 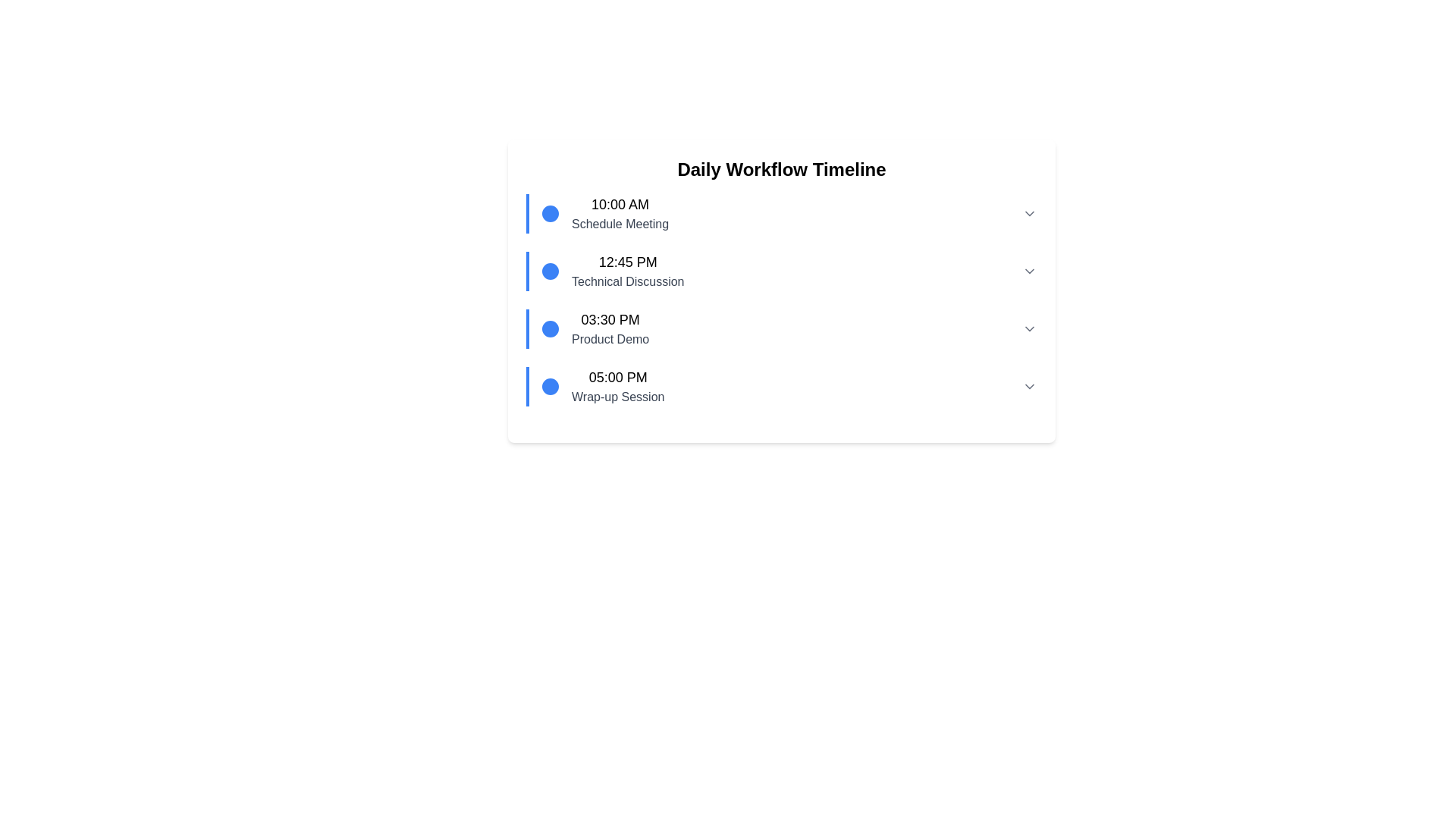 What do you see at coordinates (595, 328) in the screenshot?
I see `details of the Timeline Event Entry that includes the timestamp '03:30 PM' and the label 'Product Demo', which is the third entry in the vertical timeline layout` at bounding box center [595, 328].